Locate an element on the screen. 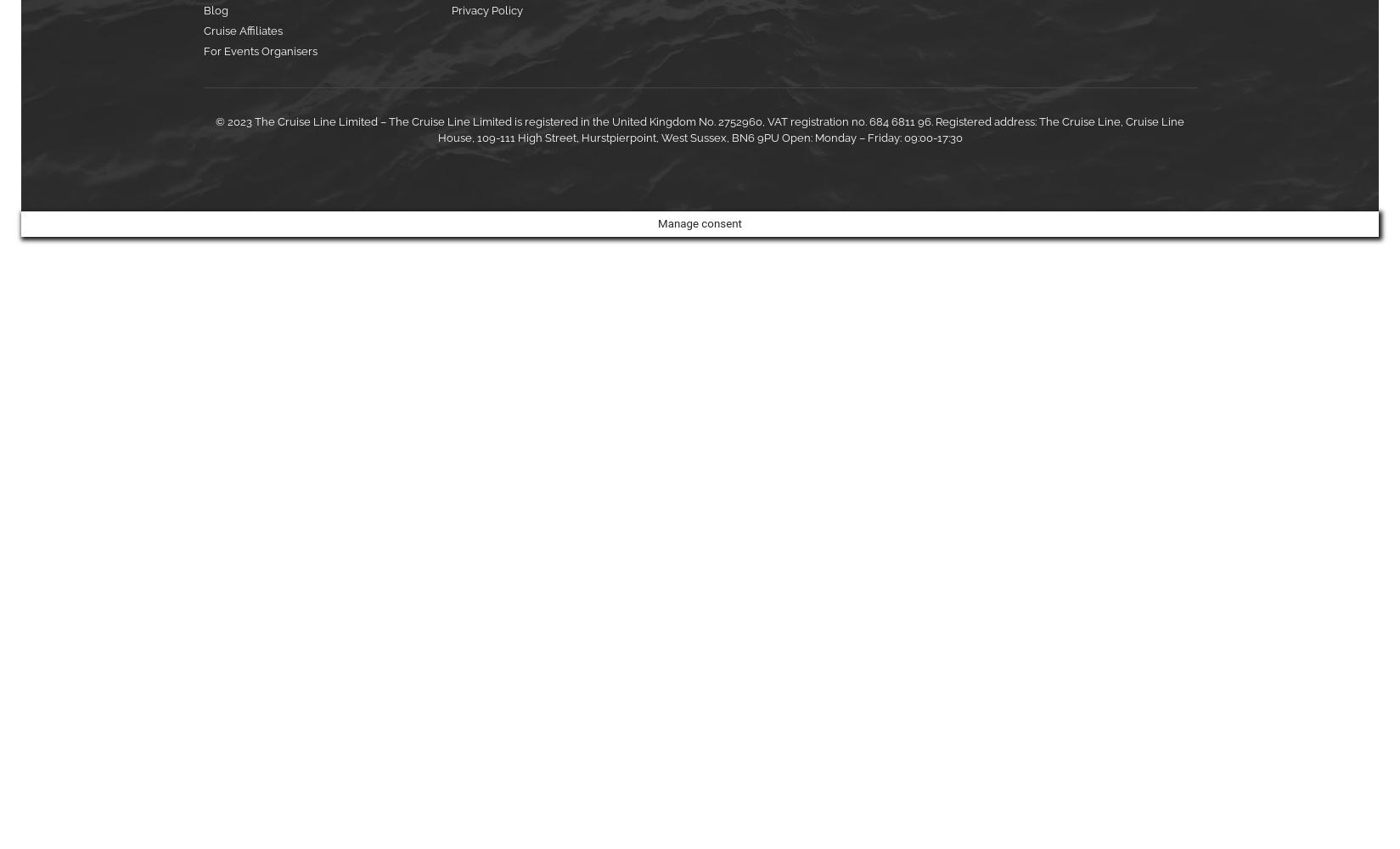  'Submit' is located at coordinates (700, 267).